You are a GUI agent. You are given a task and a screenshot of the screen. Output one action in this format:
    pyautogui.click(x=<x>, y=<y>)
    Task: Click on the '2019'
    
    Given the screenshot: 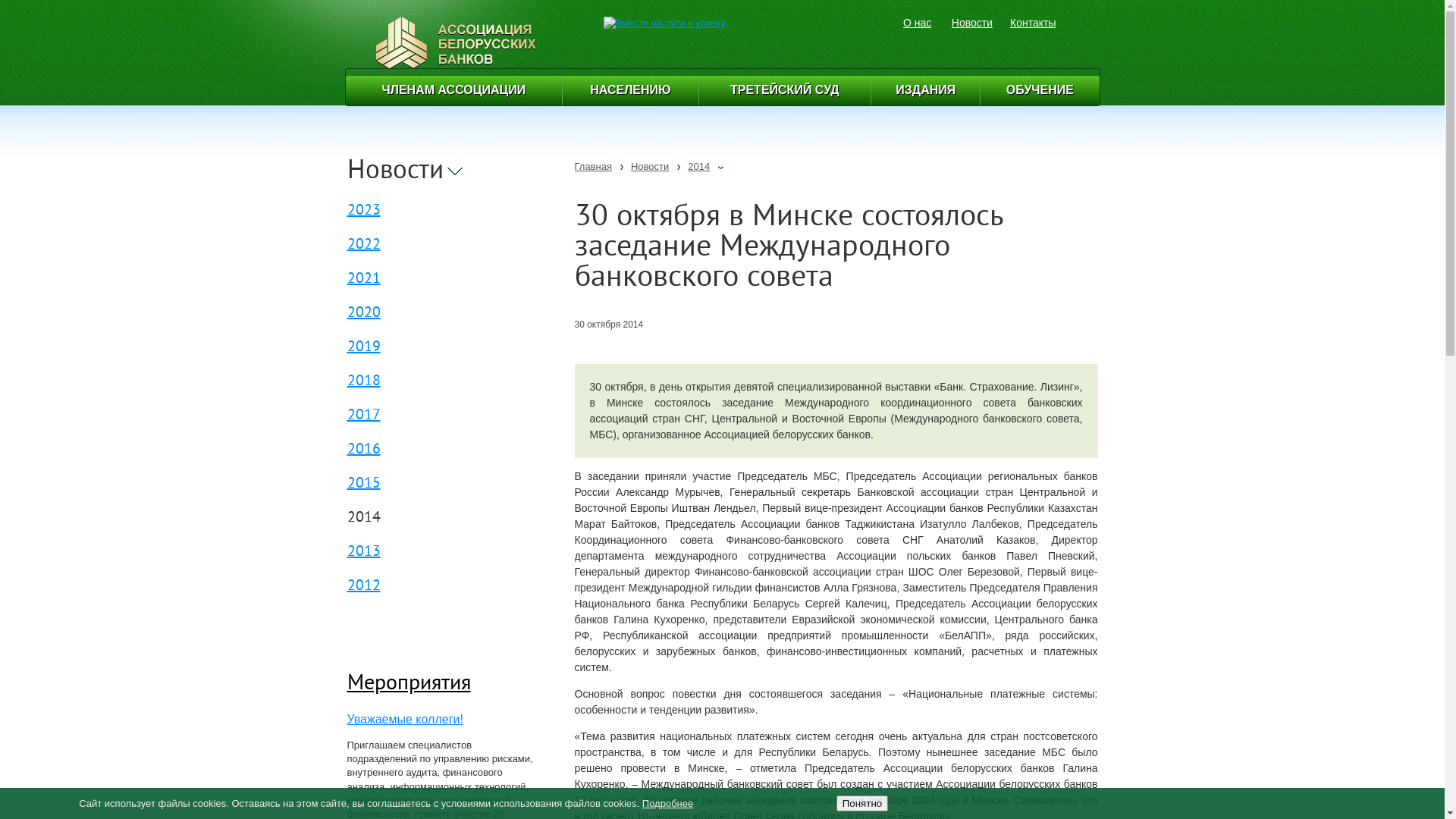 What is the action you would take?
    pyautogui.click(x=364, y=347)
    